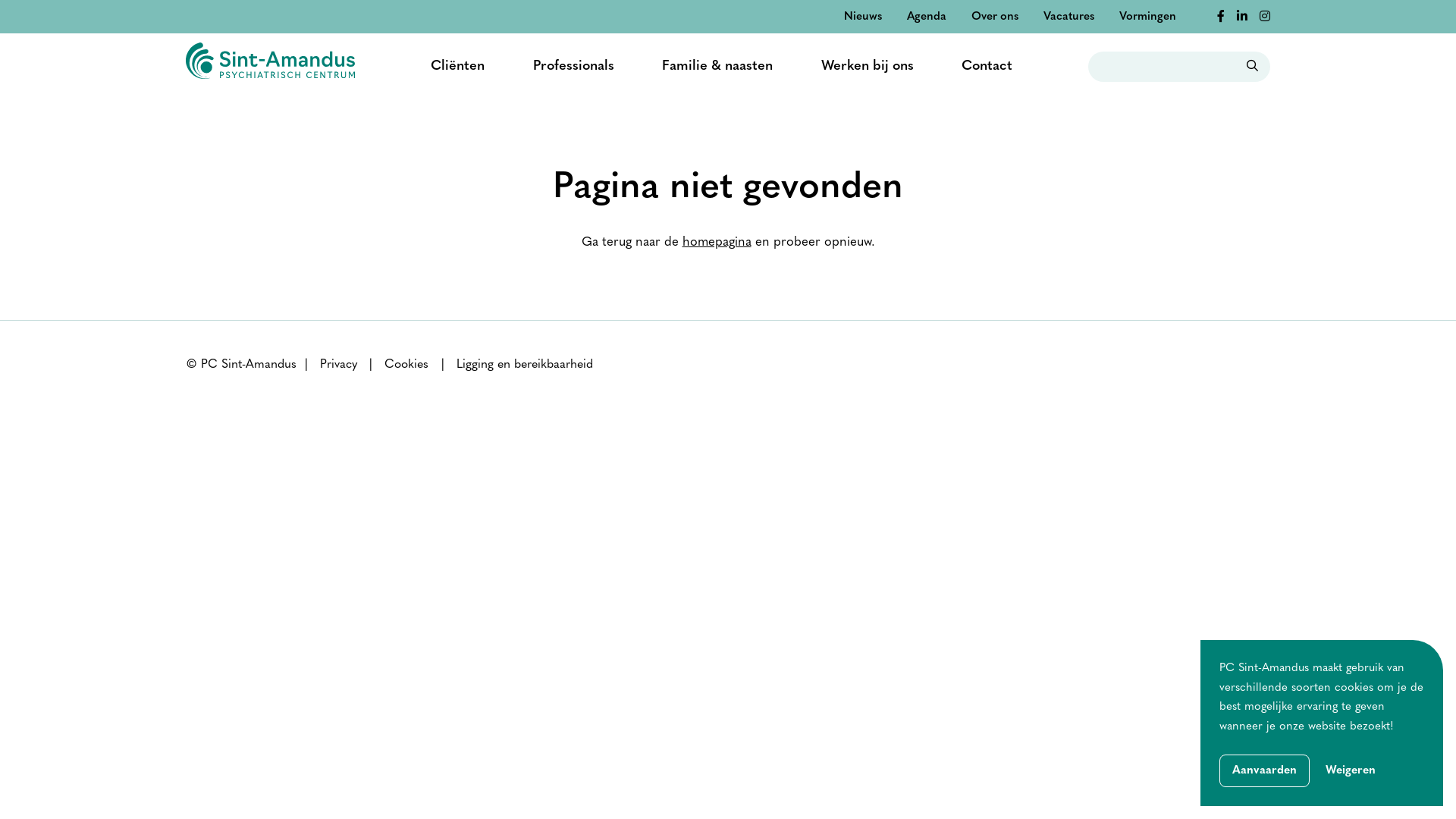 Image resolution: width=1456 pixels, height=819 pixels. Describe the element at coordinates (867, 66) in the screenshot. I see `'Werken bij ons'` at that location.